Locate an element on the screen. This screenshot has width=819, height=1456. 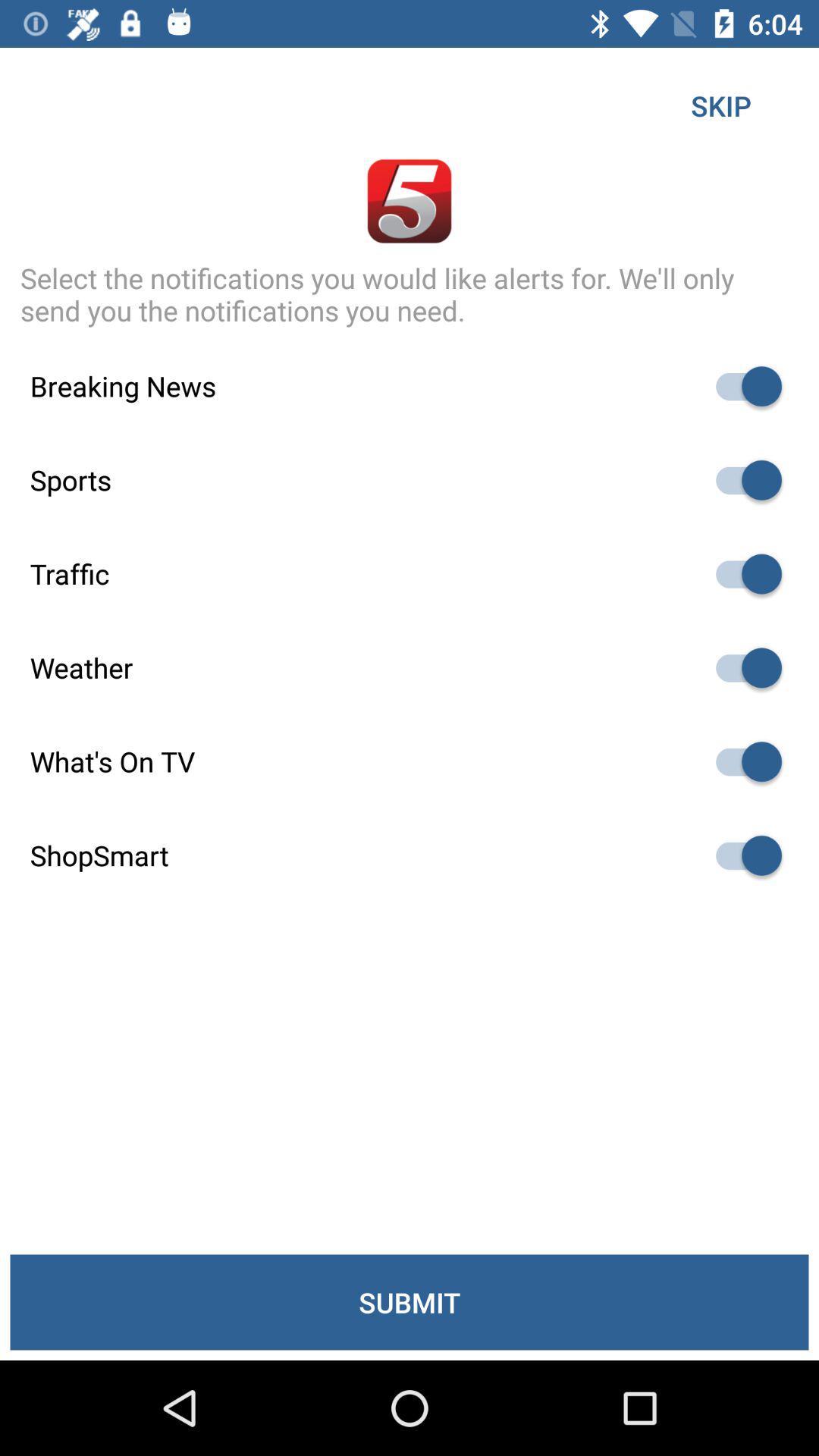
breaking news option is located at coordinates (741, 386).